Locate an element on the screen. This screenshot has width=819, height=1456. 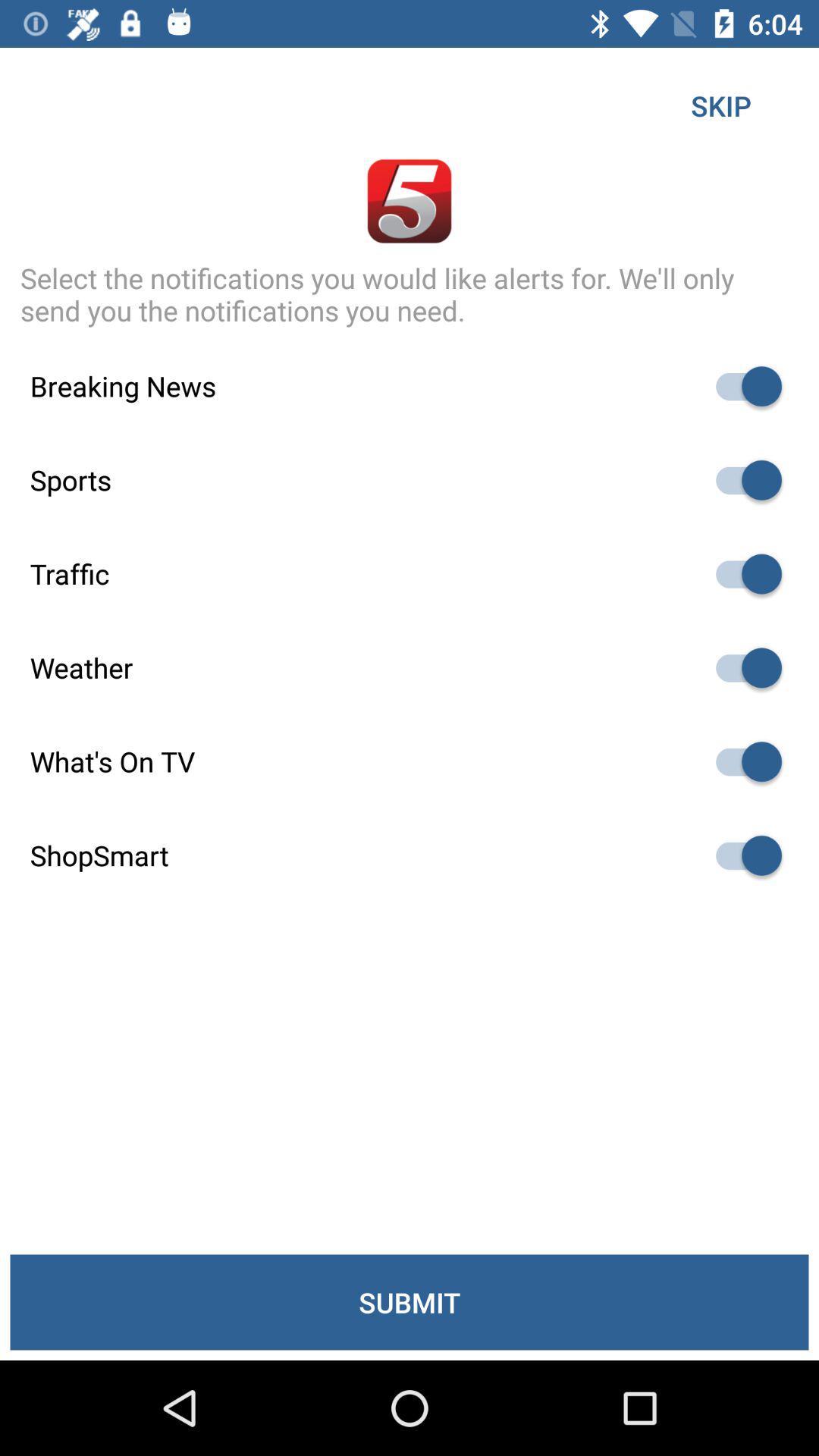
breaking news option is located at coordinates (741, 386).